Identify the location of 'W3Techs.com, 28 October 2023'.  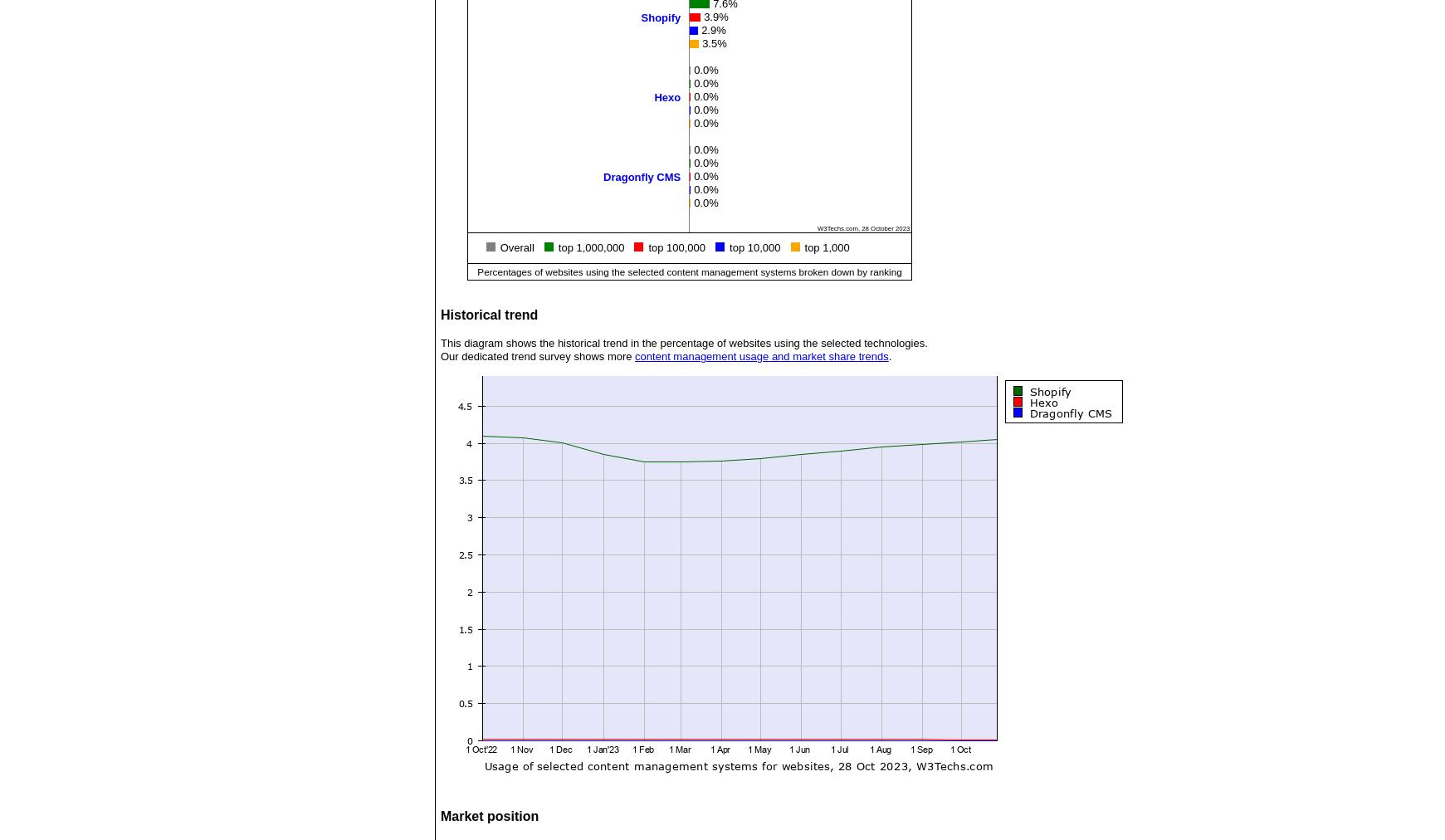
(863, 227).